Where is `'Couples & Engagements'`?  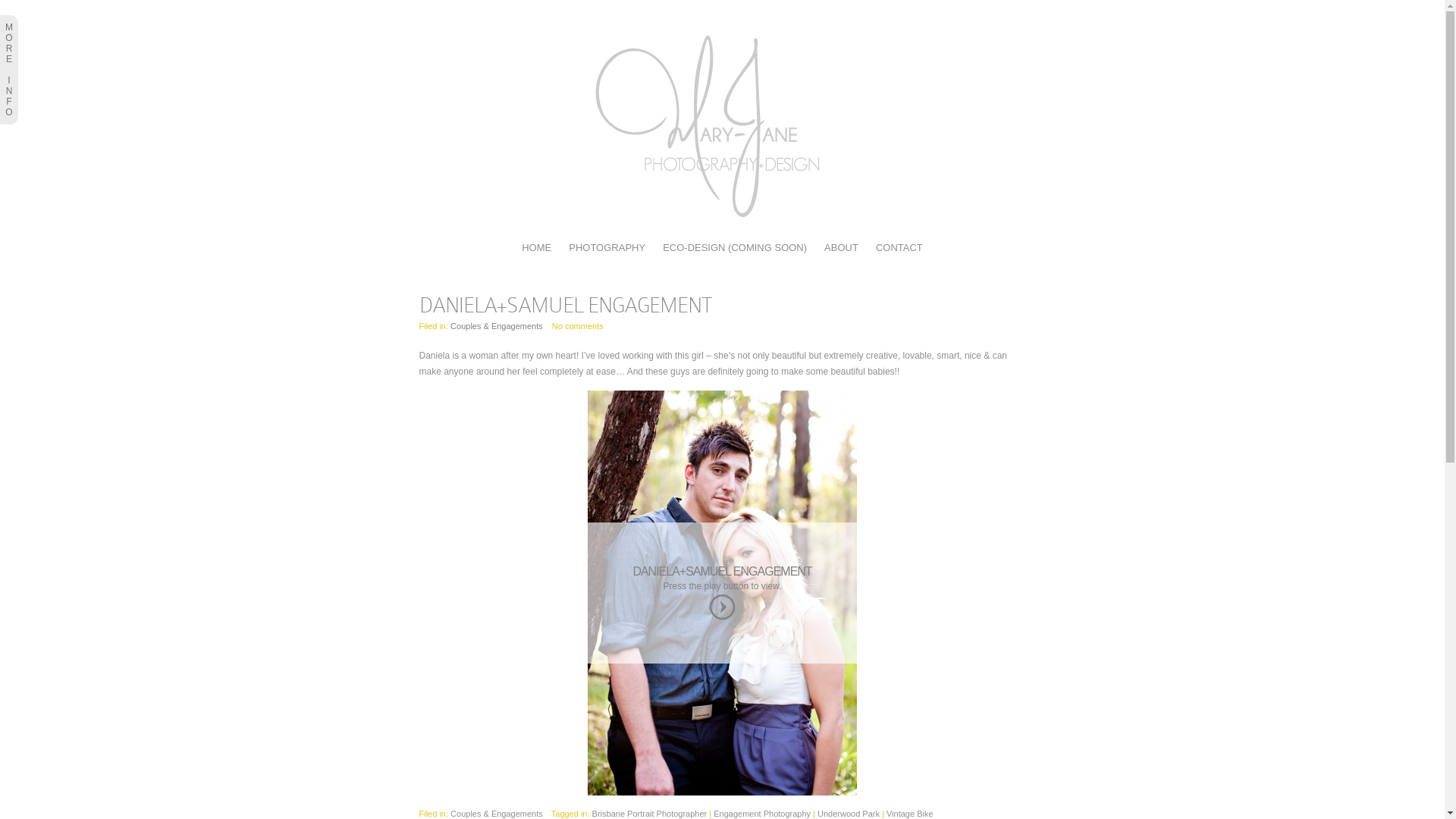
'Couples & Engagements' is located at coordinates (496, 812).